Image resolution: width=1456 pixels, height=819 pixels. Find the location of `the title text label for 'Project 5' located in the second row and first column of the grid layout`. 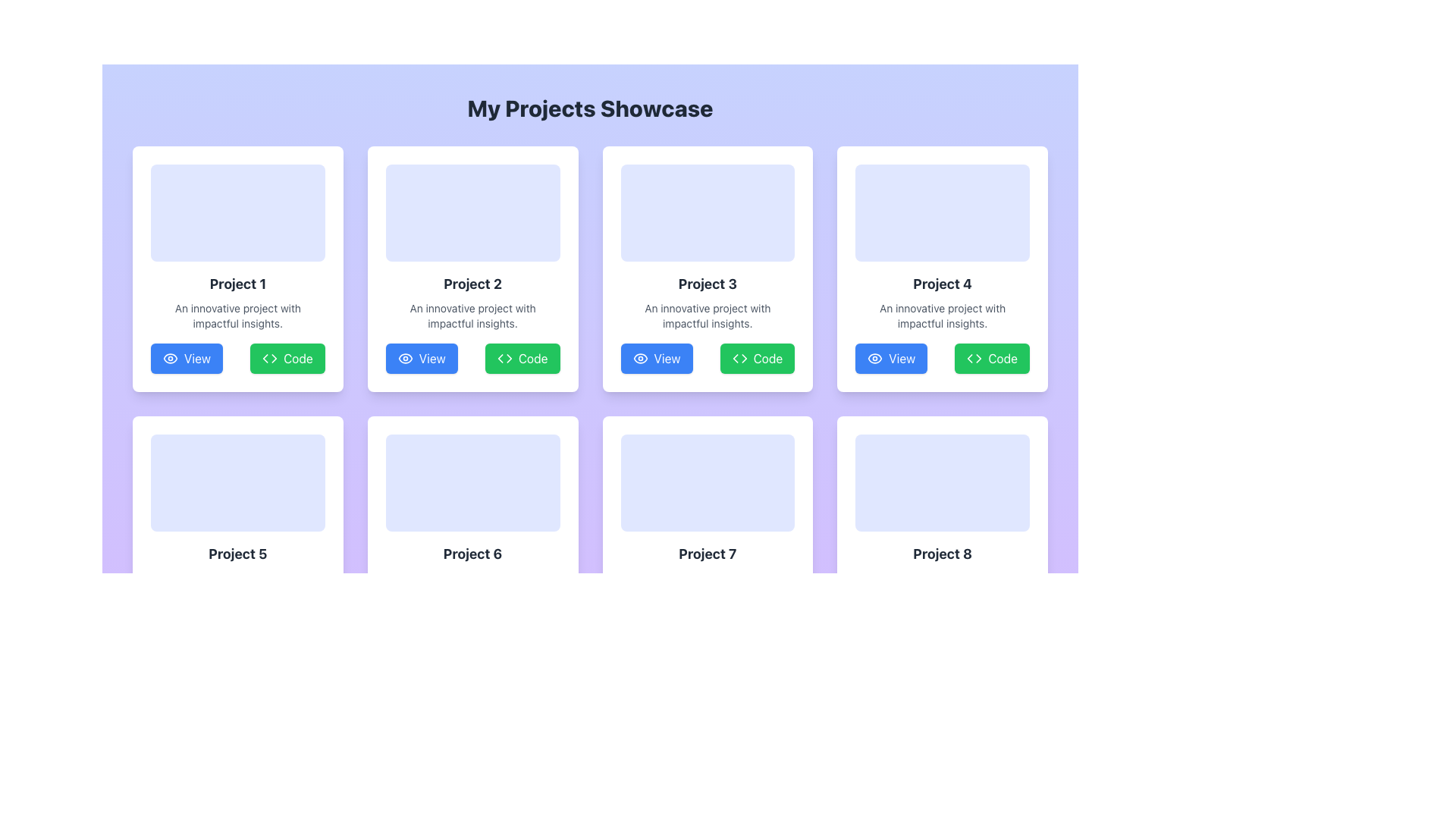

the title text label for 'Project 5' located in the second row and first column of the grid layout is located at coordinates (237, 554).